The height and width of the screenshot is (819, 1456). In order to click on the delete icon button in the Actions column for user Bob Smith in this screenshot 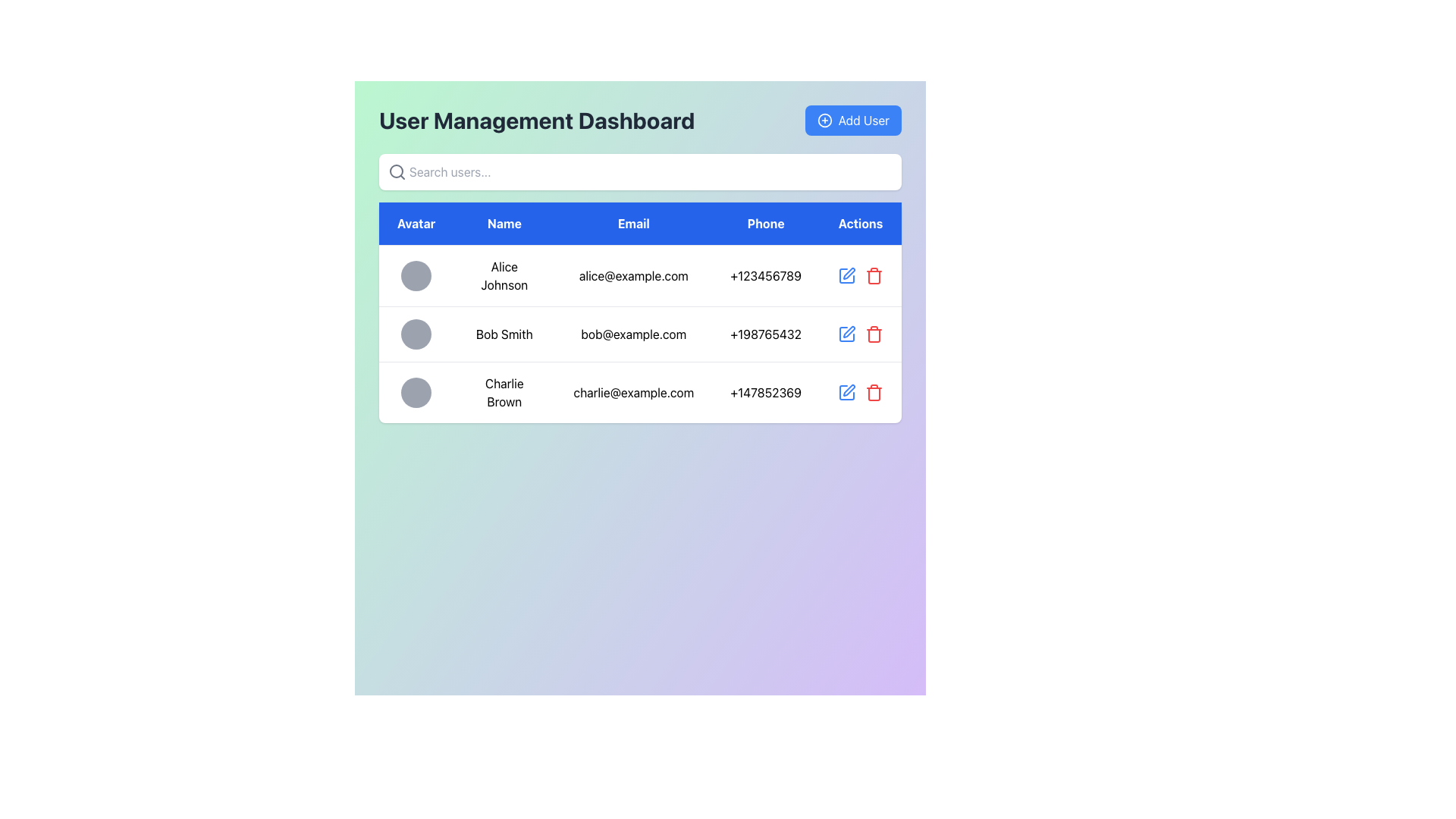, I will do `click(874, 335)`.